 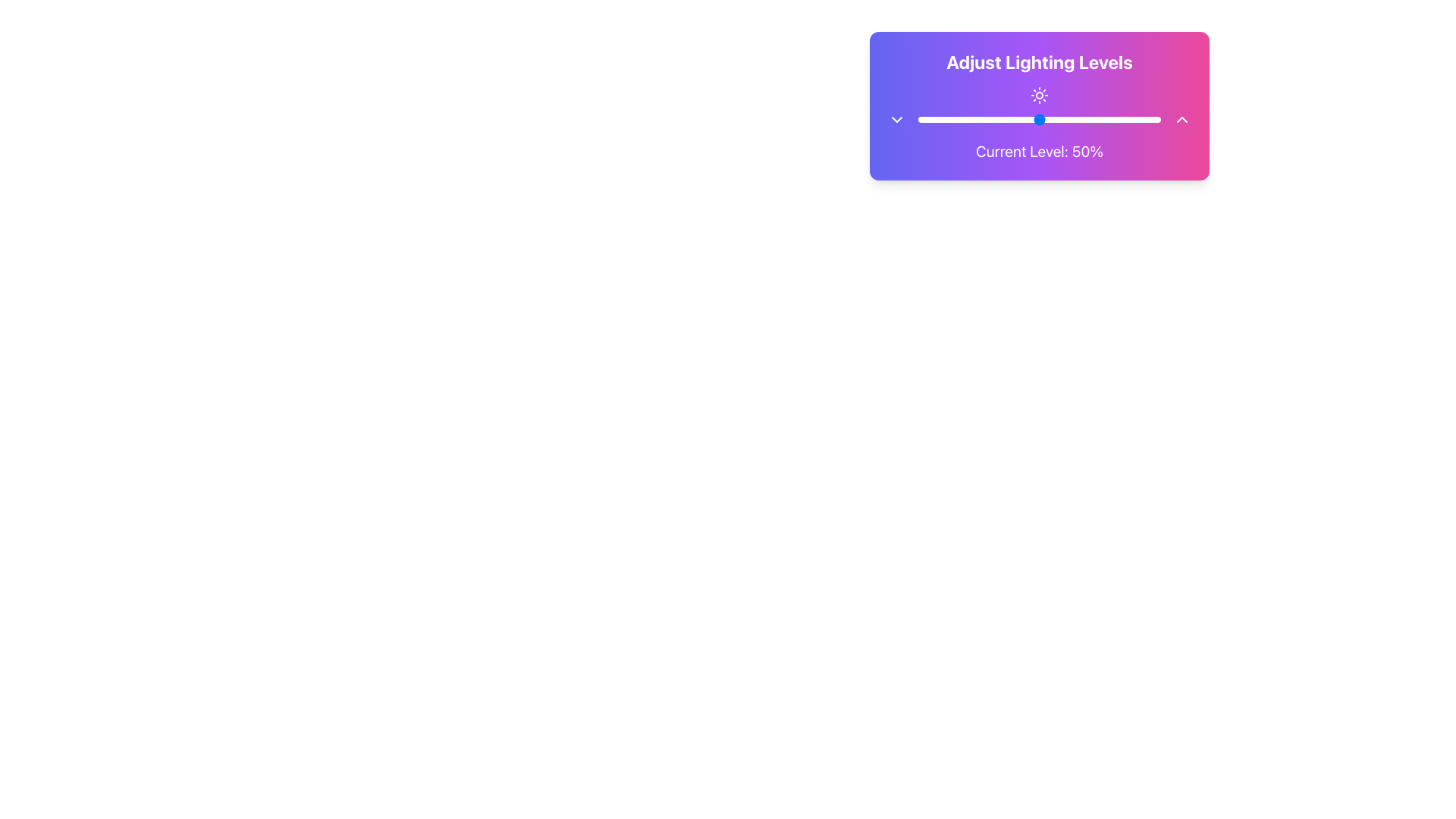 I want to click on the lighting level, so click(x=988, y=119).